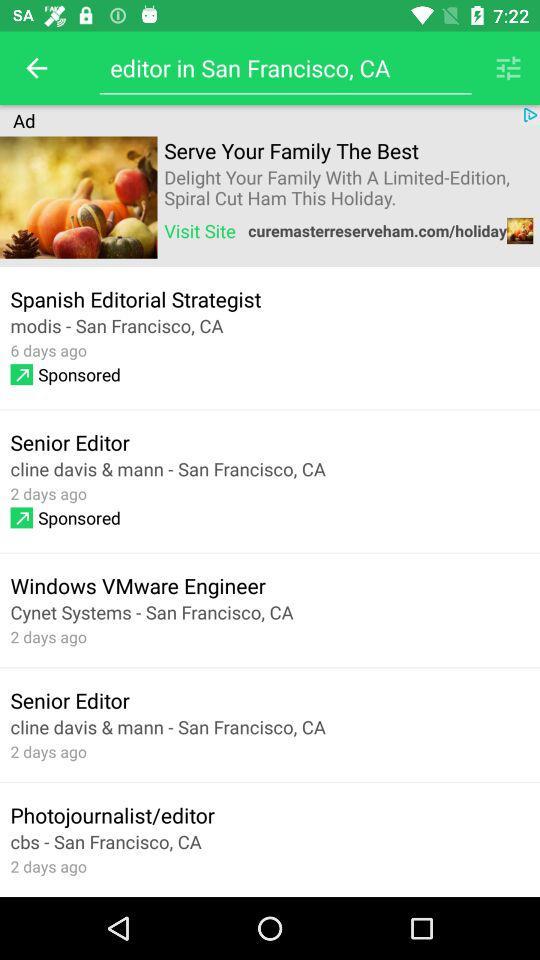 The width and height of the screenshot is (540, 960). What do you see at coordinates (284, 68) in the screenshot?
I see `editor in san` at bounding box center [284, 68].